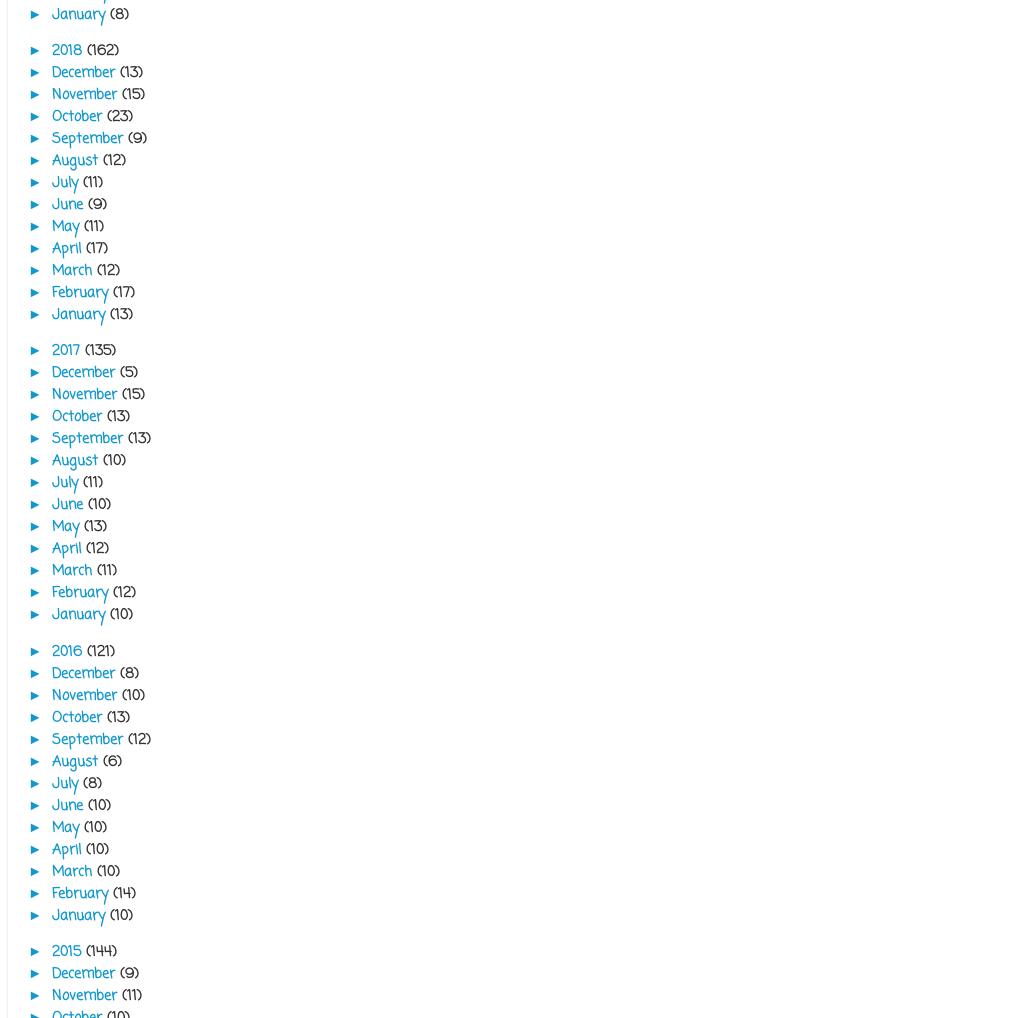 The height and width of the screenshot is (1018, 1028). What do you see at coordinates (99, 650) in the screenshot?
I see `'(121)'` at bounding box center [99, 650].